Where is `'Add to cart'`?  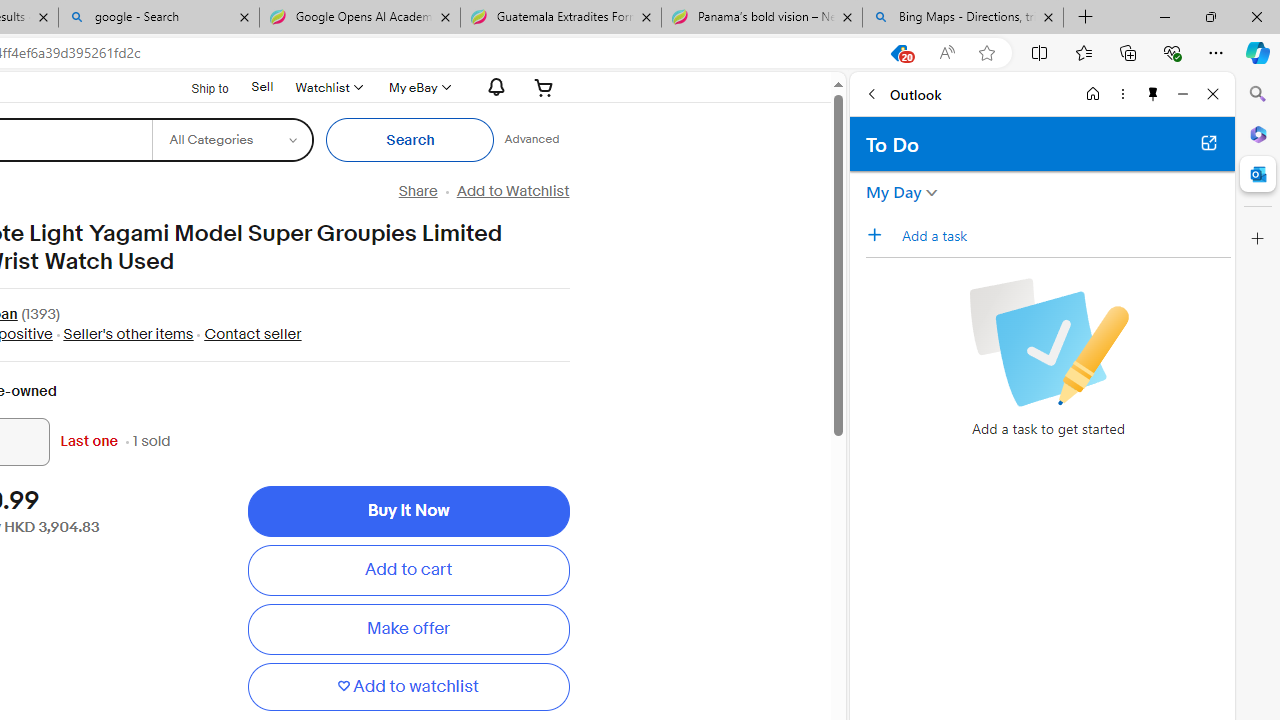
'Add to cart' is located at coordinates (407, 570).